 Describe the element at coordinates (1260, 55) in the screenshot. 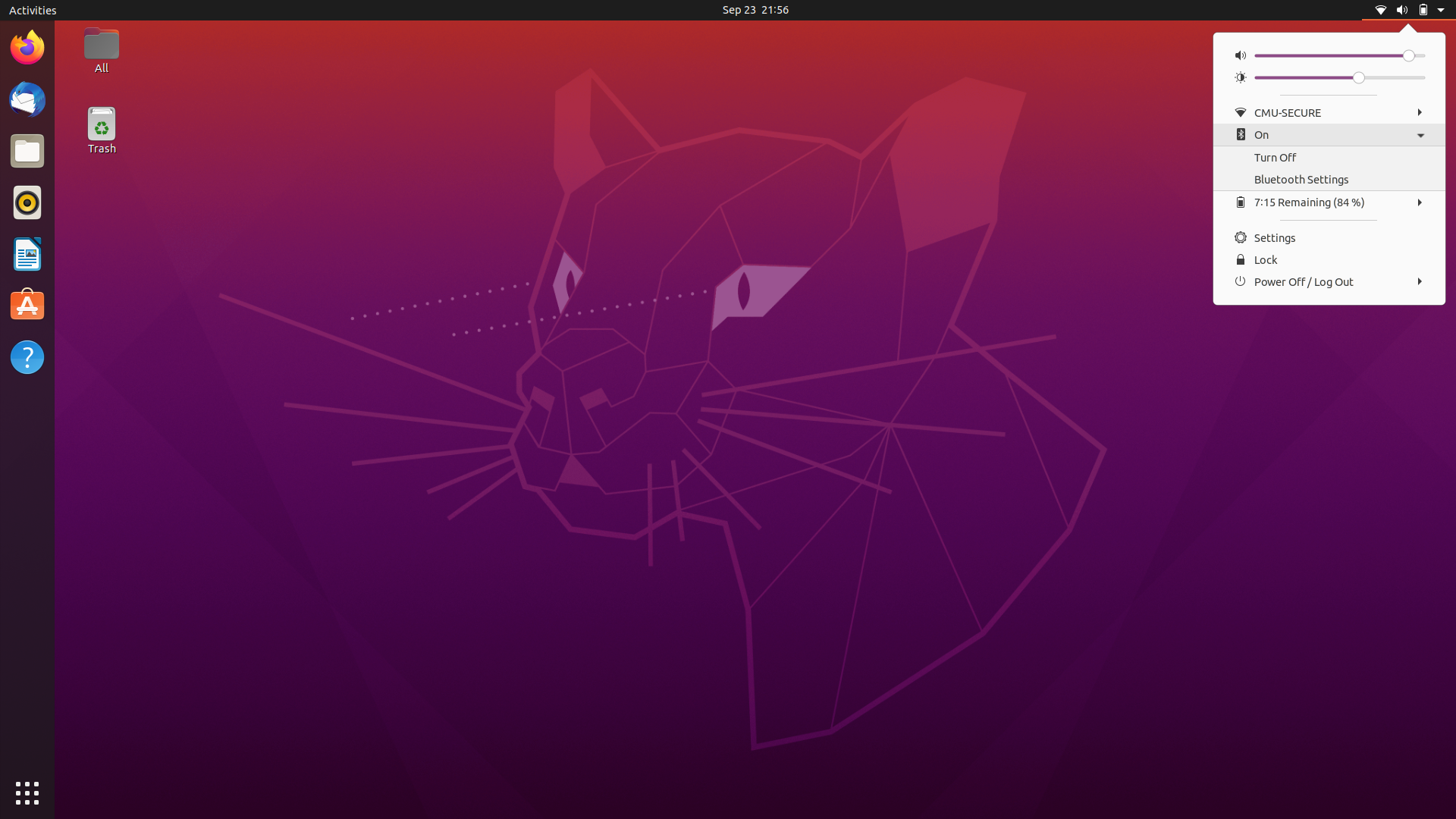

I see `Lower the Sound Level` at that location.